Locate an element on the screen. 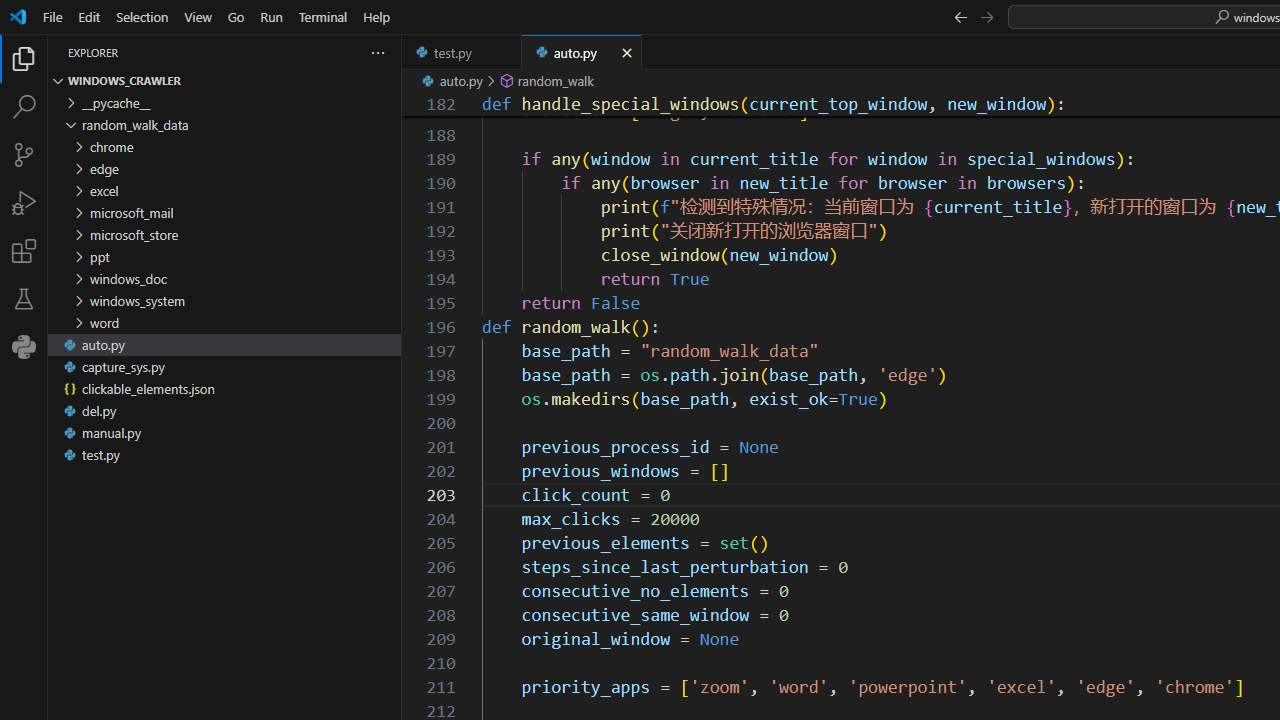 This screenshot has height=720, width=1280. 'Run and Debug (Ctrl+Shift+D)' is located at coordinates (24, 203).